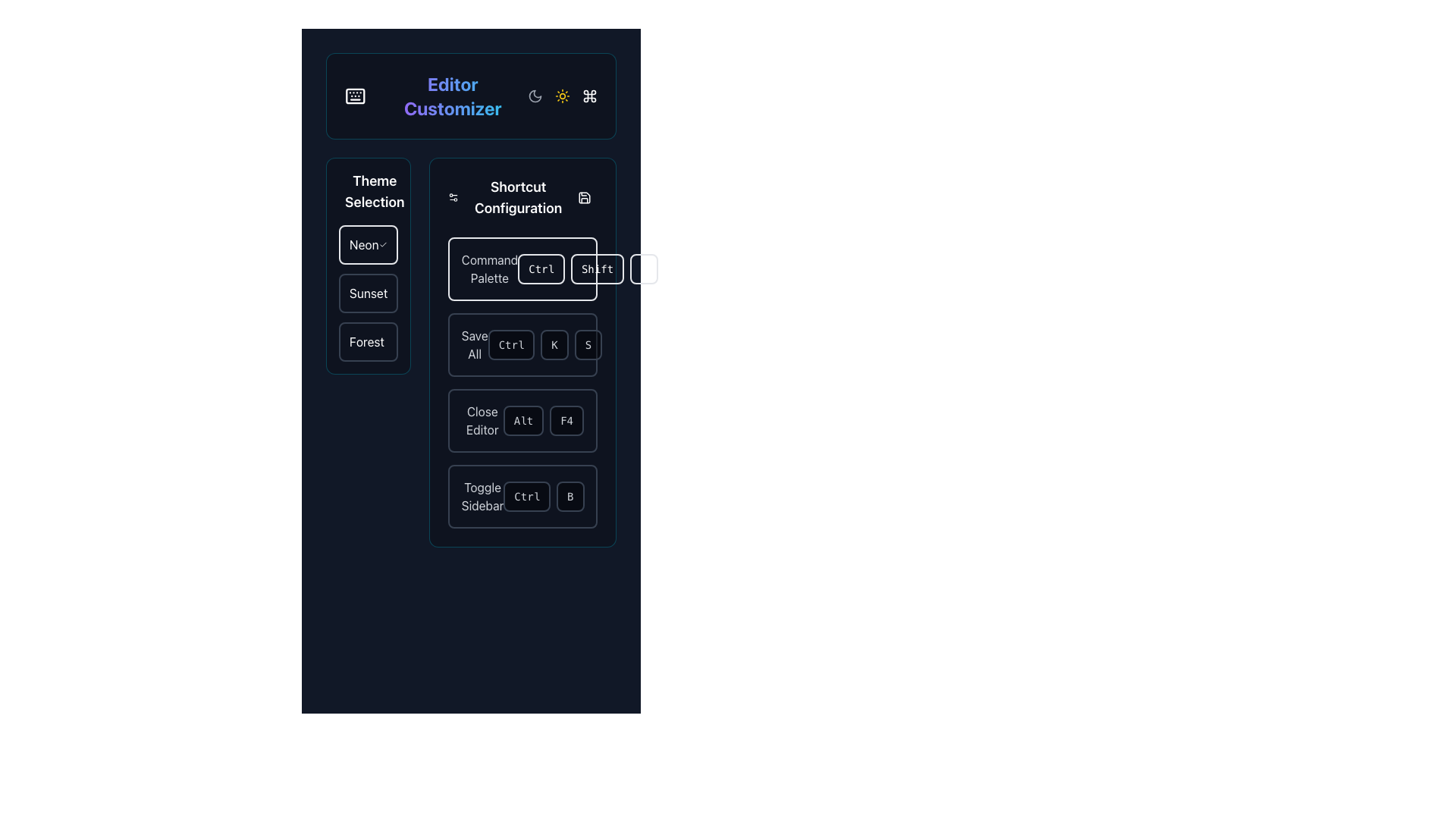  I want to click on the 'Ctrl' key label in the shortcut grouping for toggling the sidebar in the application, so click(522, 497).